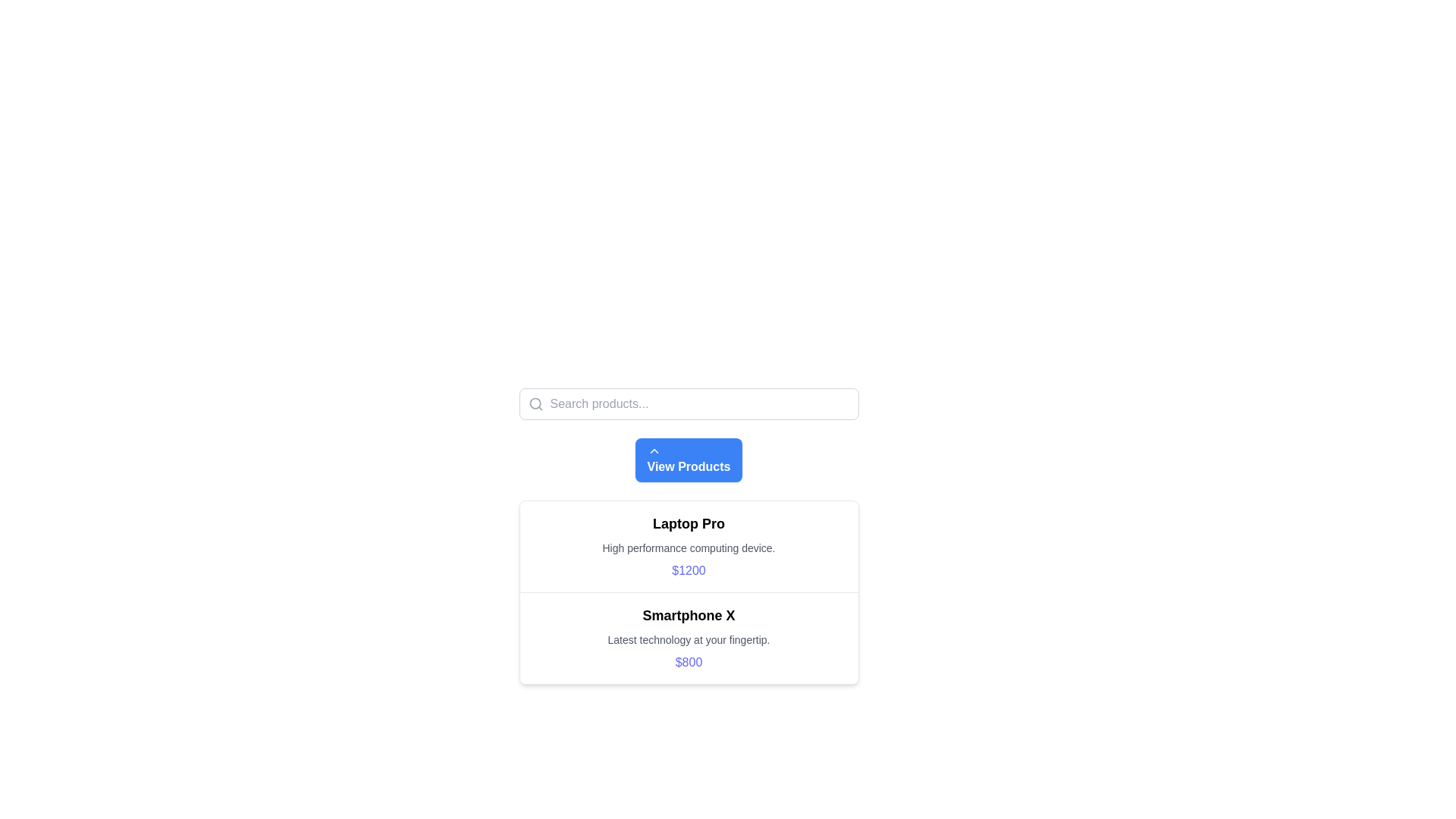 The image size is (1456, 819). I want to click on the circular graphic element of the search icon, which symbolizes the central glass area of the magnifying glass, located inside the search bar near the top of the interface, so click(535, 403).